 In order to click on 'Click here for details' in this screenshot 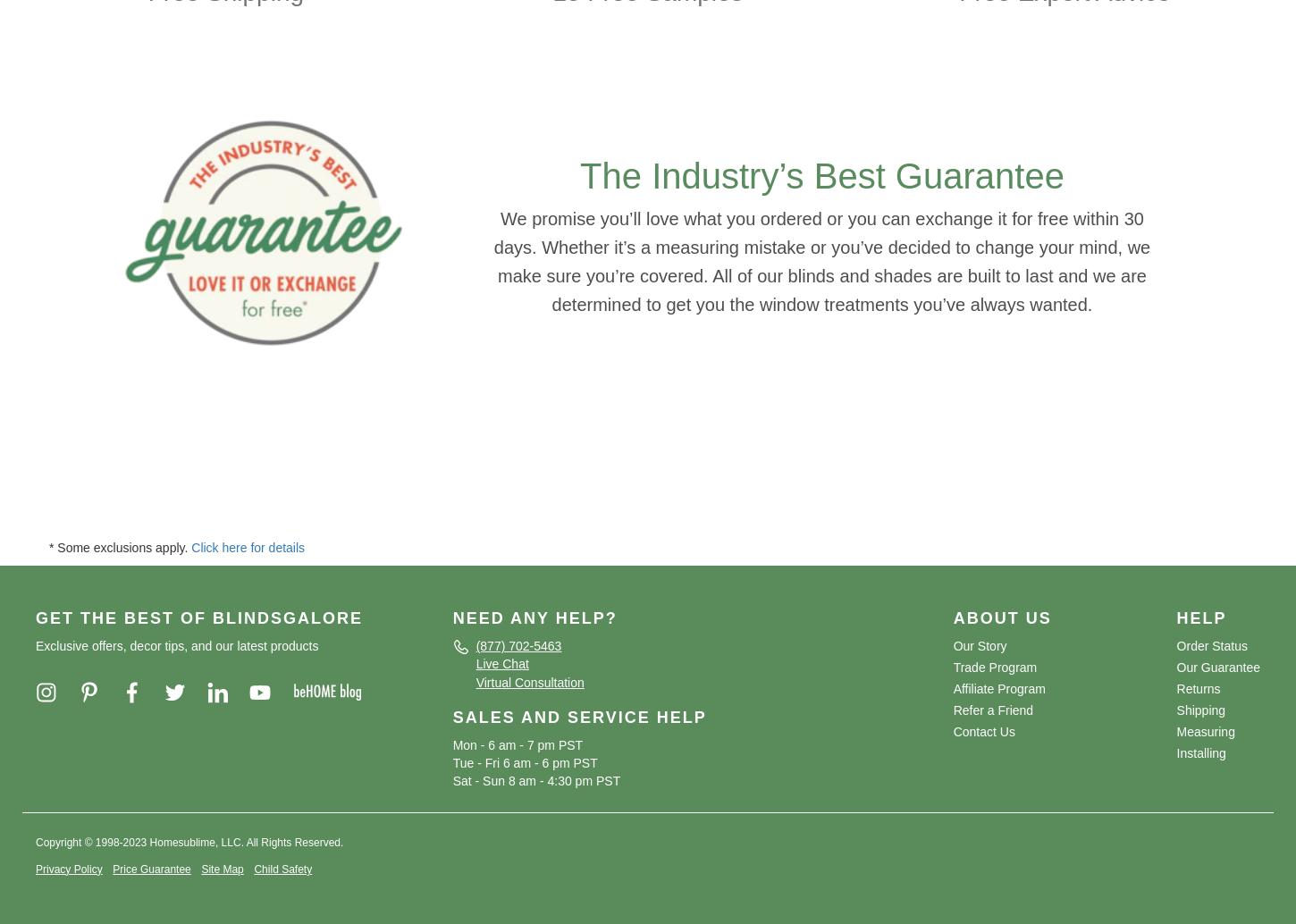, I will do `click(248, 547)`.